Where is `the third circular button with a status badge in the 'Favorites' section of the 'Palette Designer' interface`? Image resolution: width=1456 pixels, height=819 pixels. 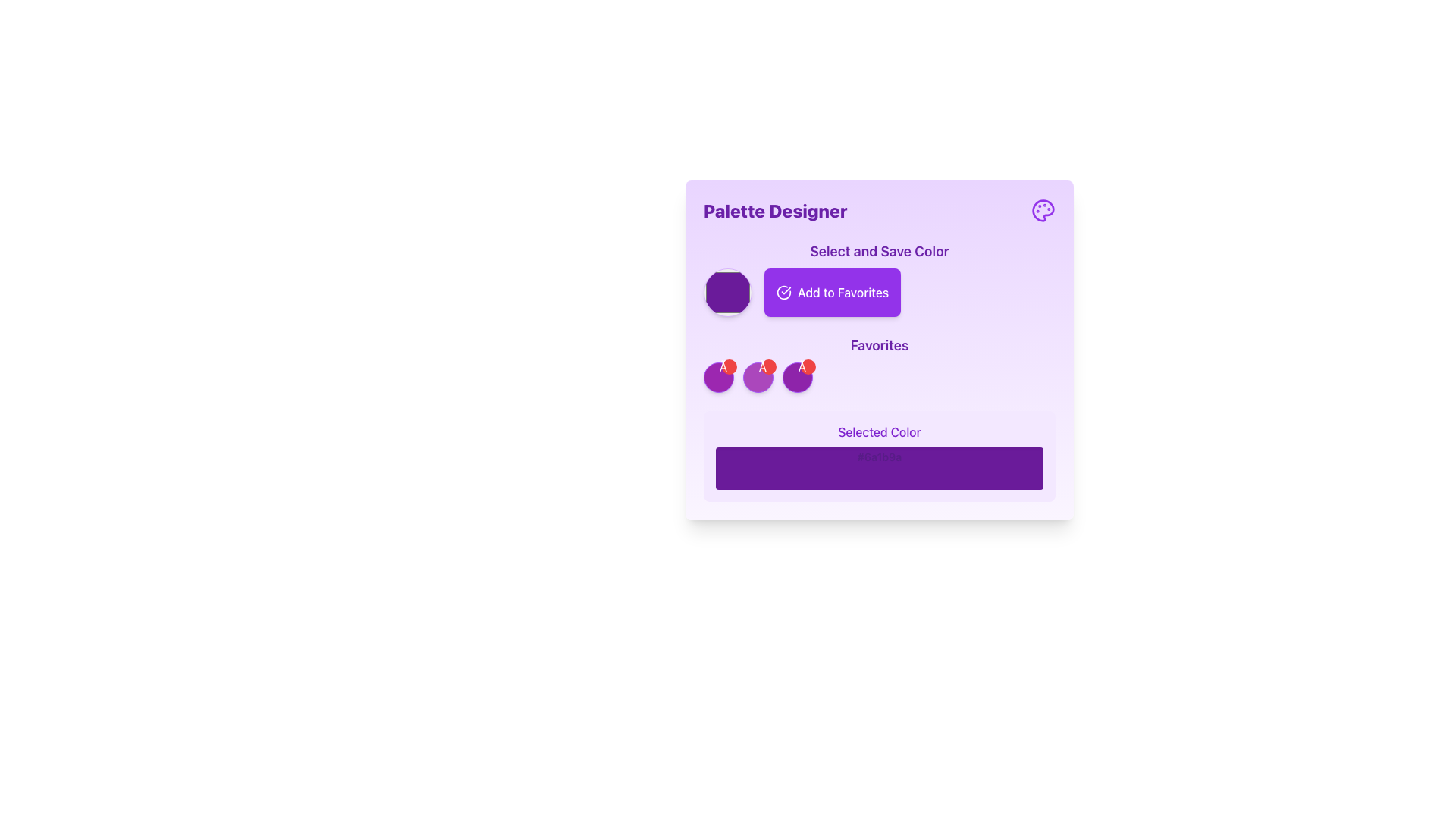 the third circular button with a status badge in the 'Favorites' section of the 'Palette Designer' interface is located at coordinates (796, 376).